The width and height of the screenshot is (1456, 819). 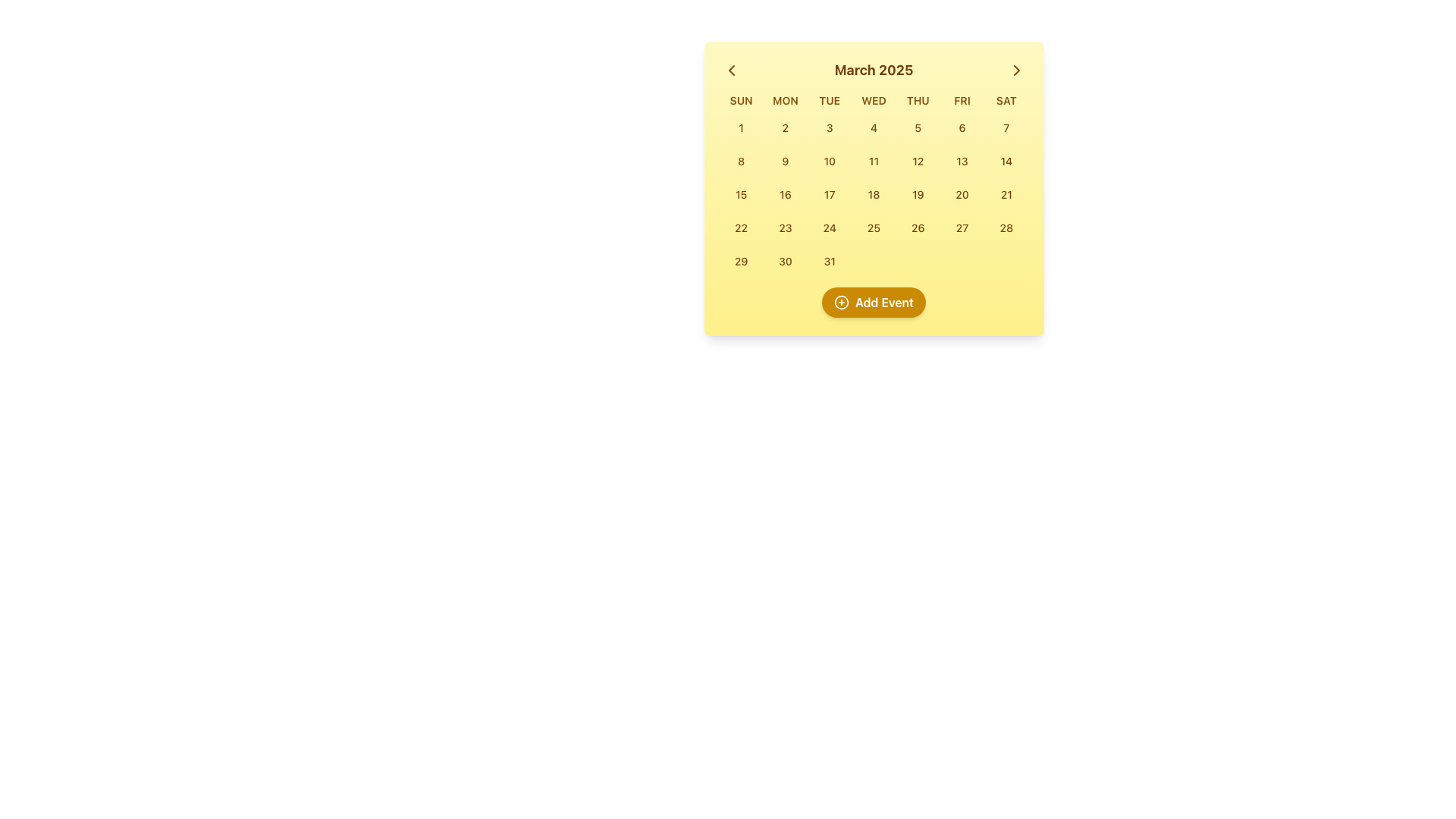 I want to click on the text label representing Tuesday, the 16th day of the month on the calendar grid, so click(x=785, y=193).